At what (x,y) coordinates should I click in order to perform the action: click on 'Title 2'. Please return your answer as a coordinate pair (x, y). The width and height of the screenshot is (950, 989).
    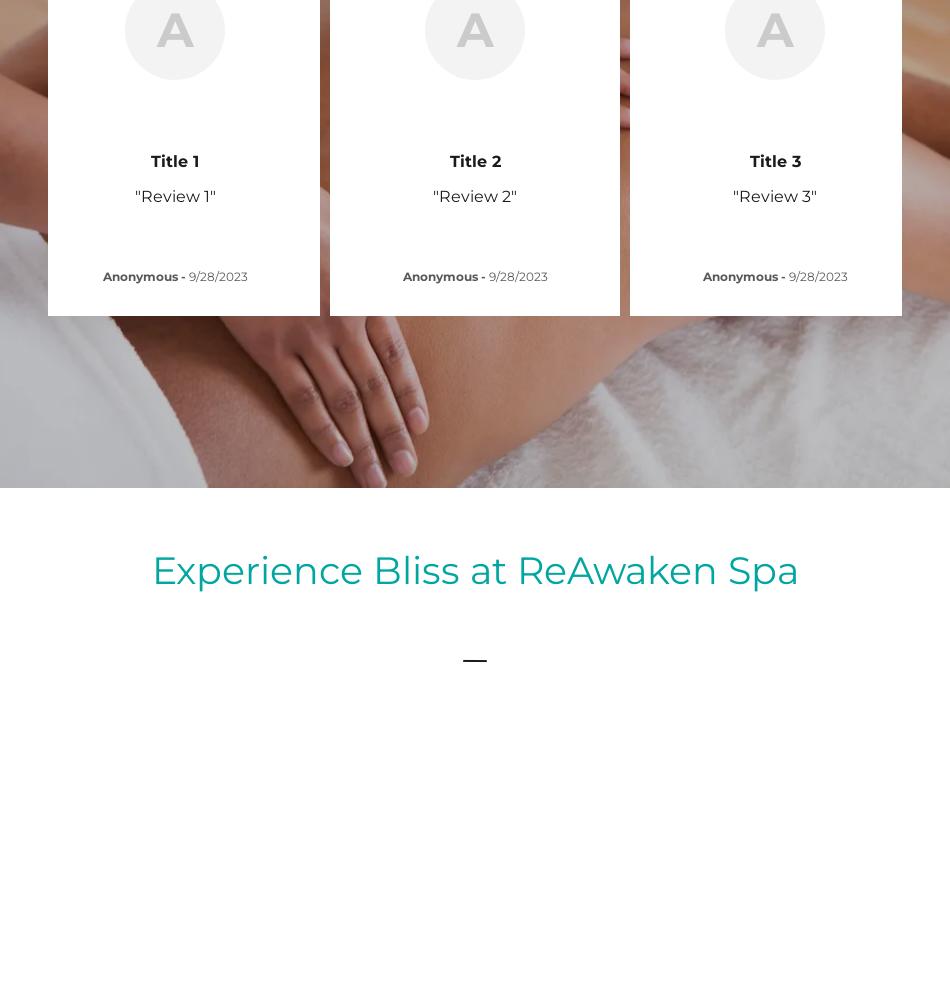
    Looking at the image, I should click on (473, 160).